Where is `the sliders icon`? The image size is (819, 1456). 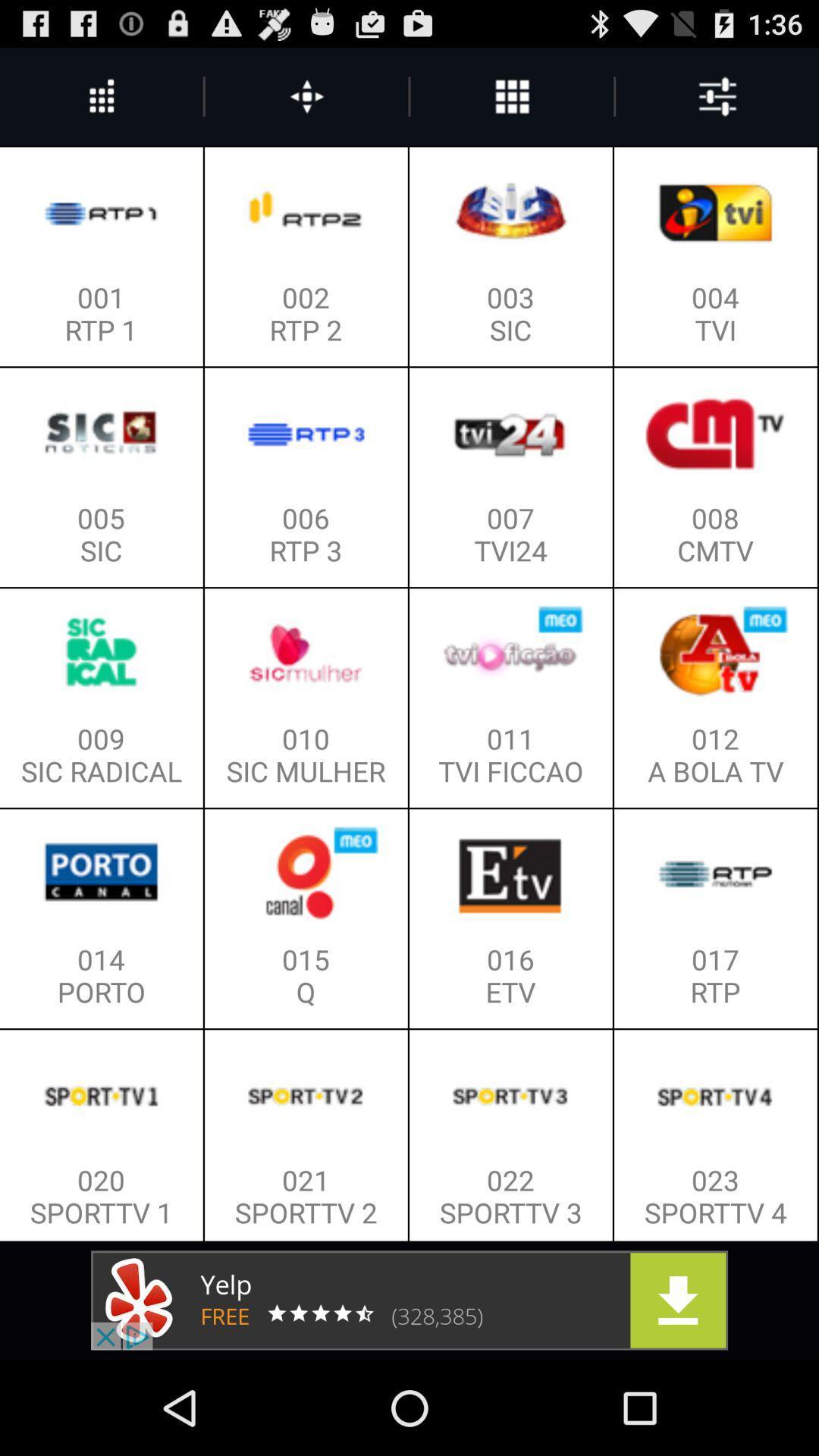 the sliders icon is located at coordinates (717, 102).